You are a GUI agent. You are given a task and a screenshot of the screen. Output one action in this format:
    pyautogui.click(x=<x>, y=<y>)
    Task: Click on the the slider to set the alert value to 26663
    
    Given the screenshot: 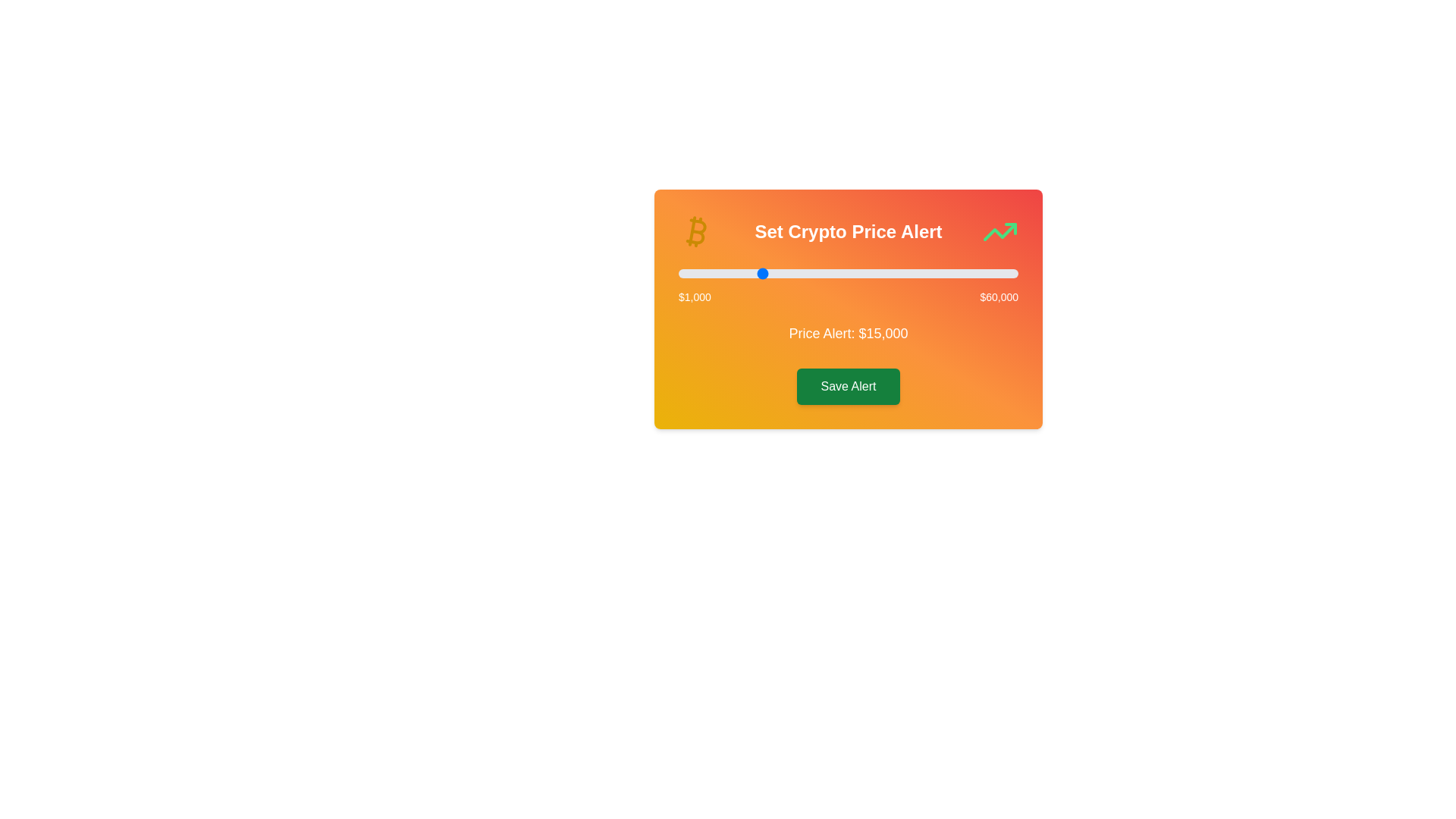 What is the action you would take?
    pyautogui.click(x=825, y=274)
    